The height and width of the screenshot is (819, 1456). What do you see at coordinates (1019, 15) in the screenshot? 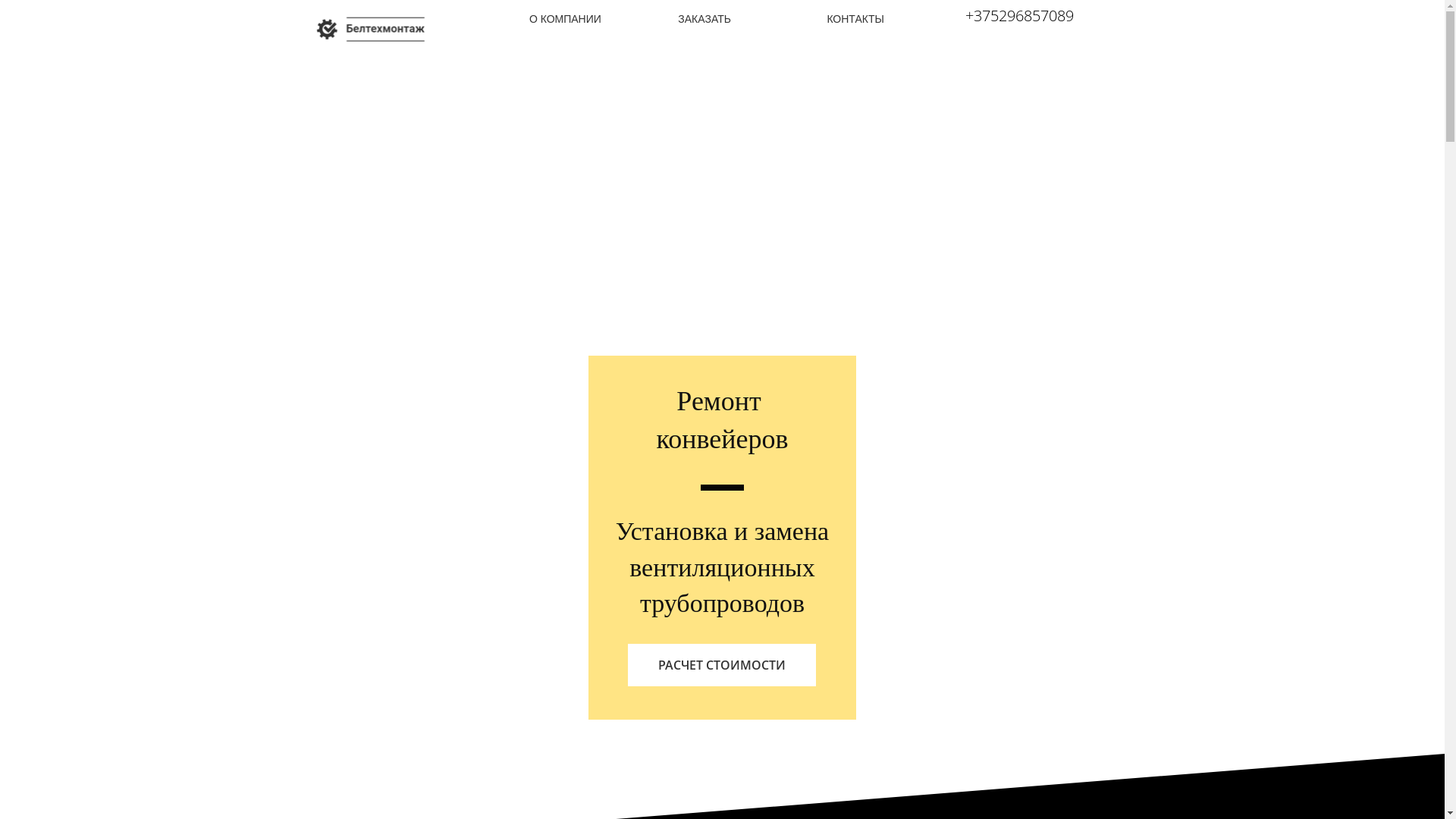
I see `'+375296857089'` at bounding box center [1019, 15].